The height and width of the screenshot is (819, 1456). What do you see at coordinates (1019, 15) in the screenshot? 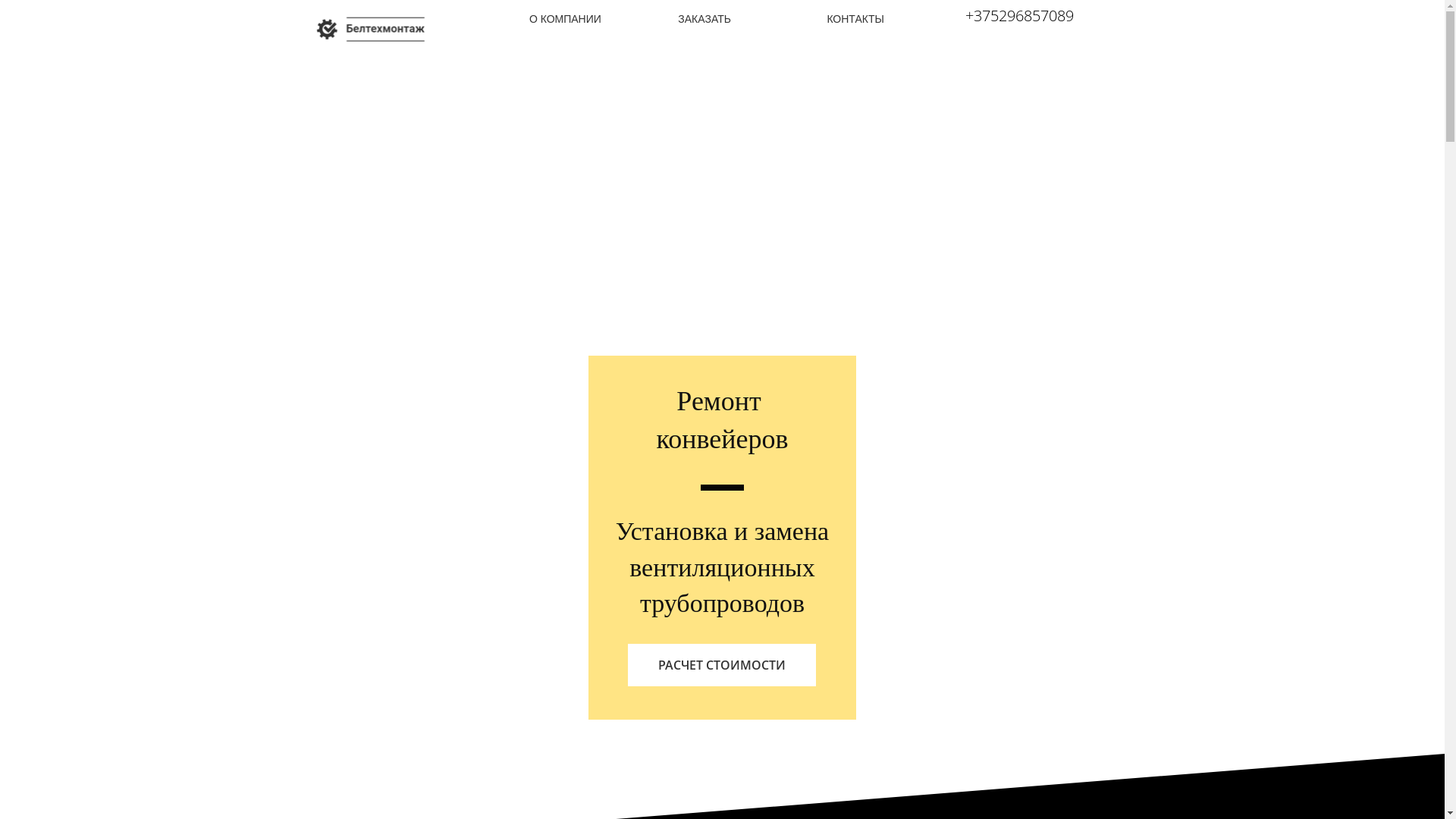
I see `'+375296857089'` at bounding box center [1019, 15].